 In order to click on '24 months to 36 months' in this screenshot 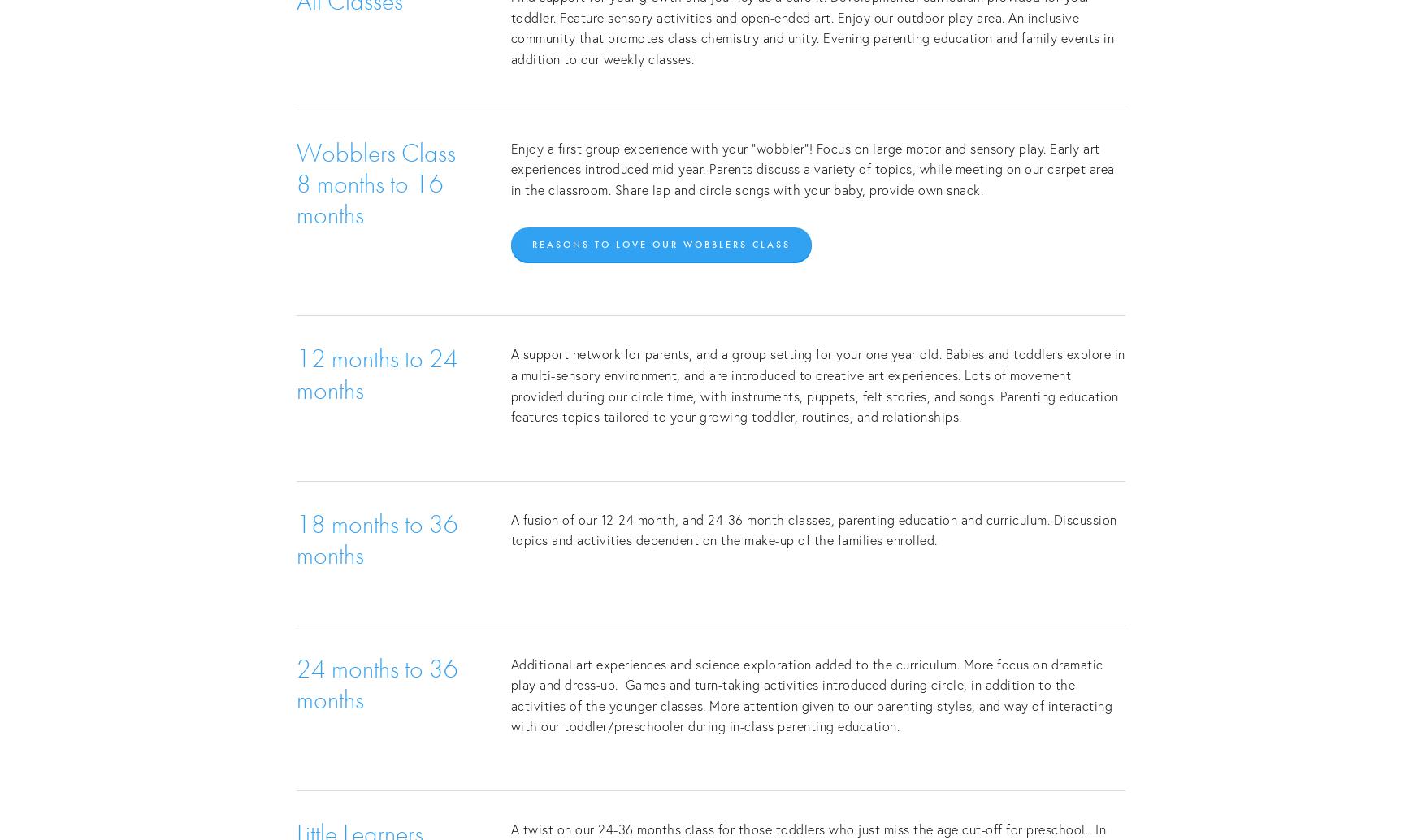, I will do `click(379, 682)`.